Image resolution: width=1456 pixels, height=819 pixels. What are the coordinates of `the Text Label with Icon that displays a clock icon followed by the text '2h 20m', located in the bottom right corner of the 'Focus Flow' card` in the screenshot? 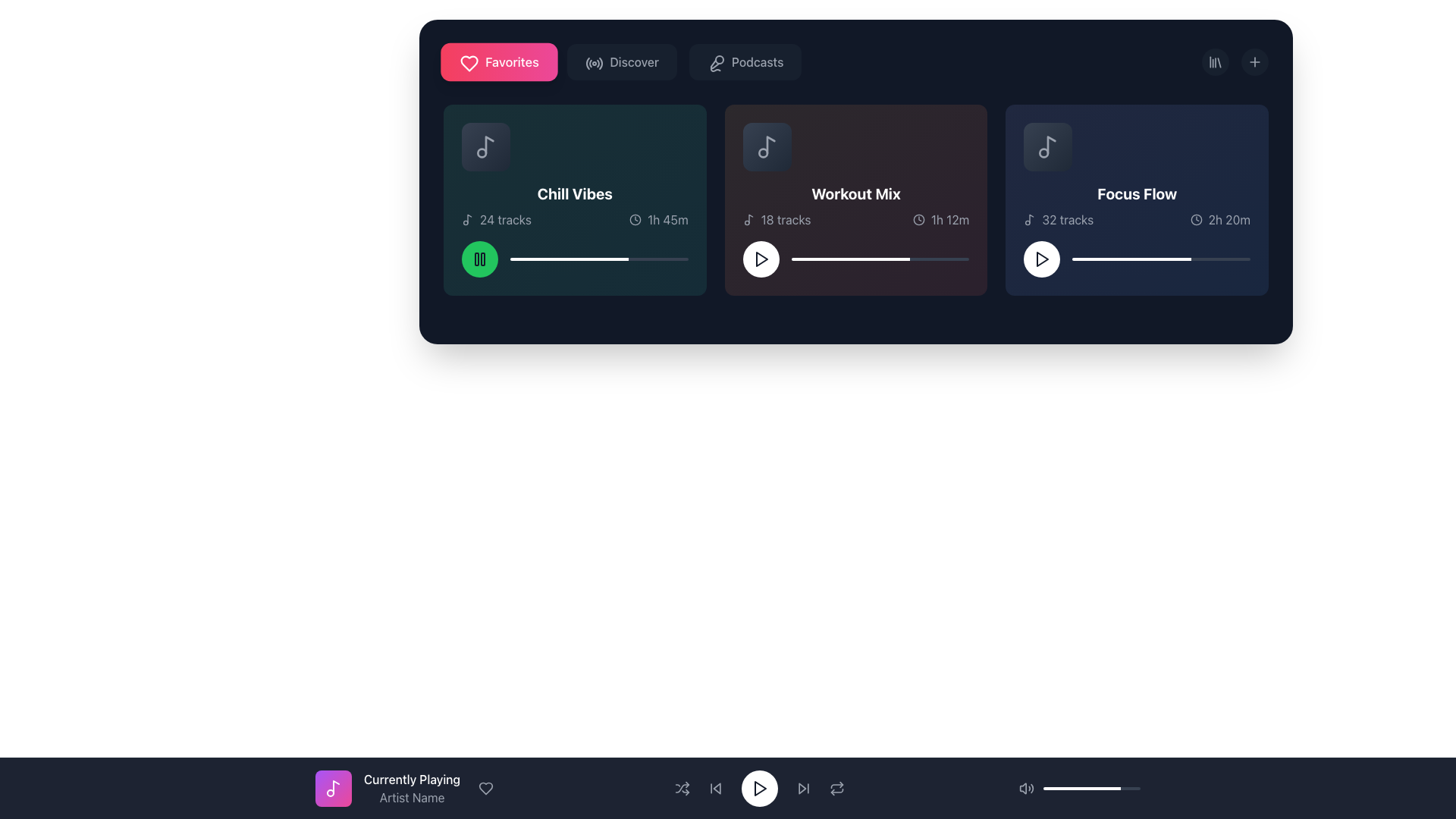 It's located at (1220, 219).